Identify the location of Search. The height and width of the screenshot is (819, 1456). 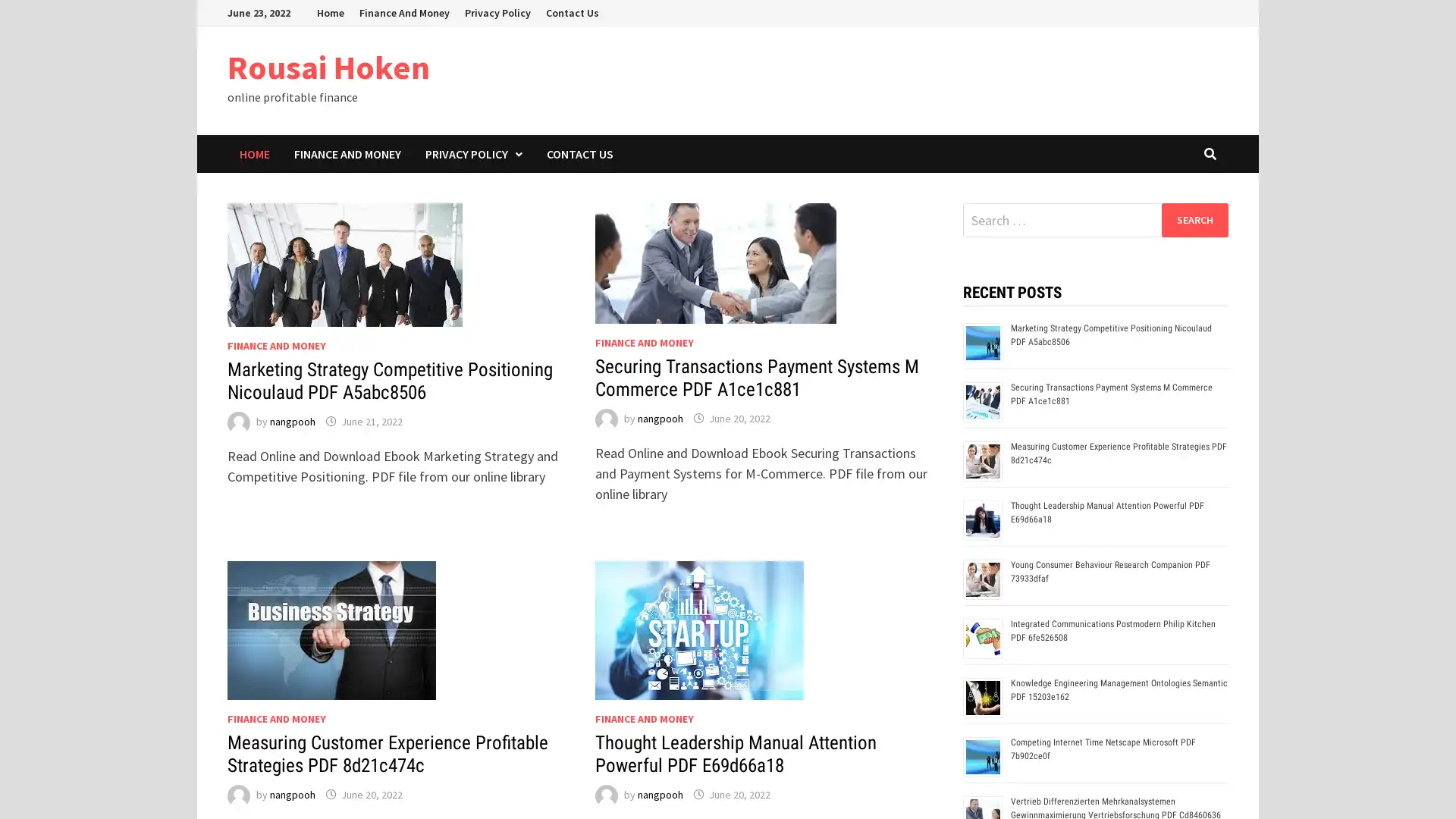
(1194, 219).